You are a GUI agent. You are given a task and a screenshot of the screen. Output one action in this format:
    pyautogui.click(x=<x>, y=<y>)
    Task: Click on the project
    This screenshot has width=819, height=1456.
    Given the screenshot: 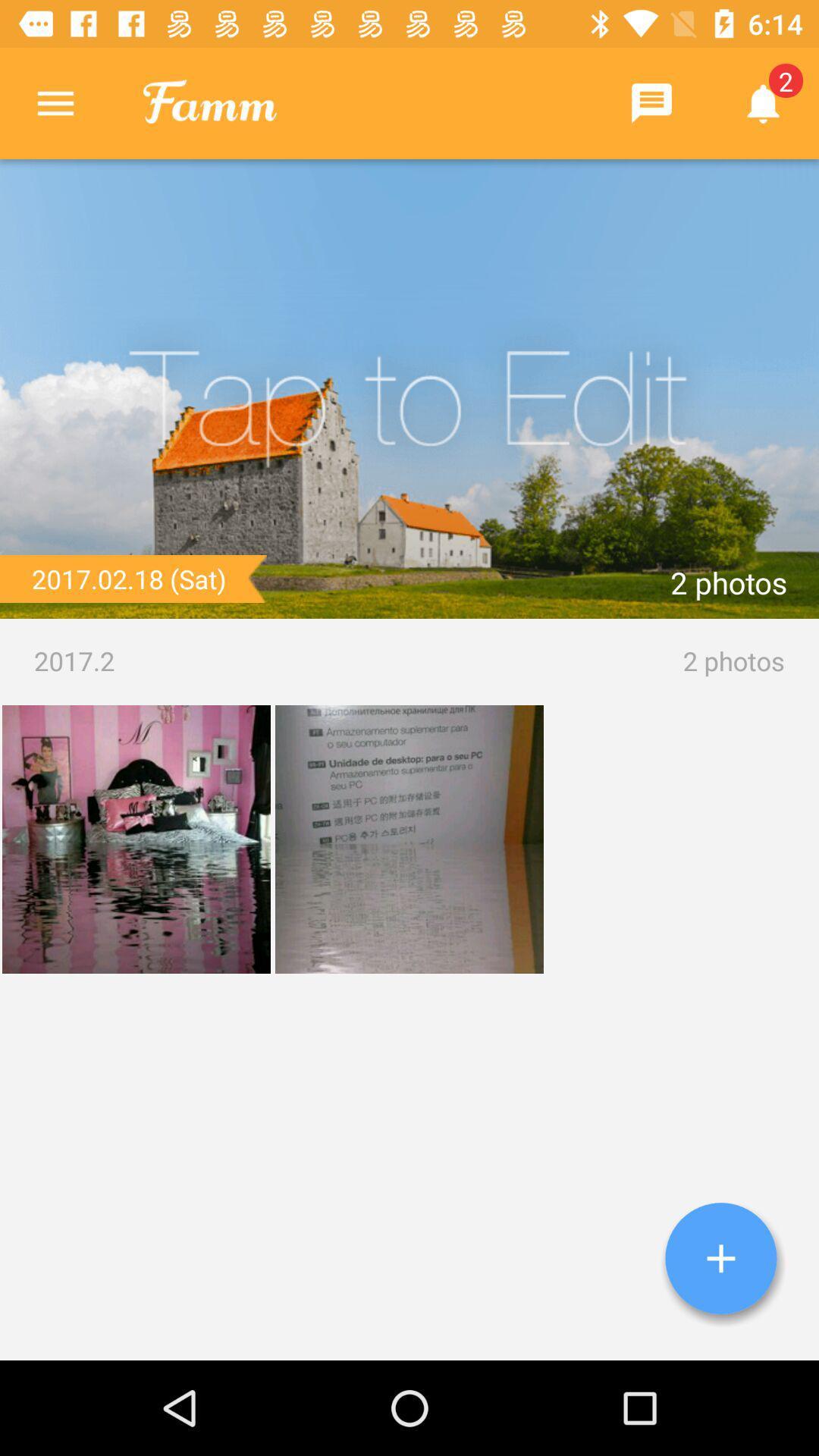 What is the action you would take?
    pyautogui.click(x=720, y=1258)
    